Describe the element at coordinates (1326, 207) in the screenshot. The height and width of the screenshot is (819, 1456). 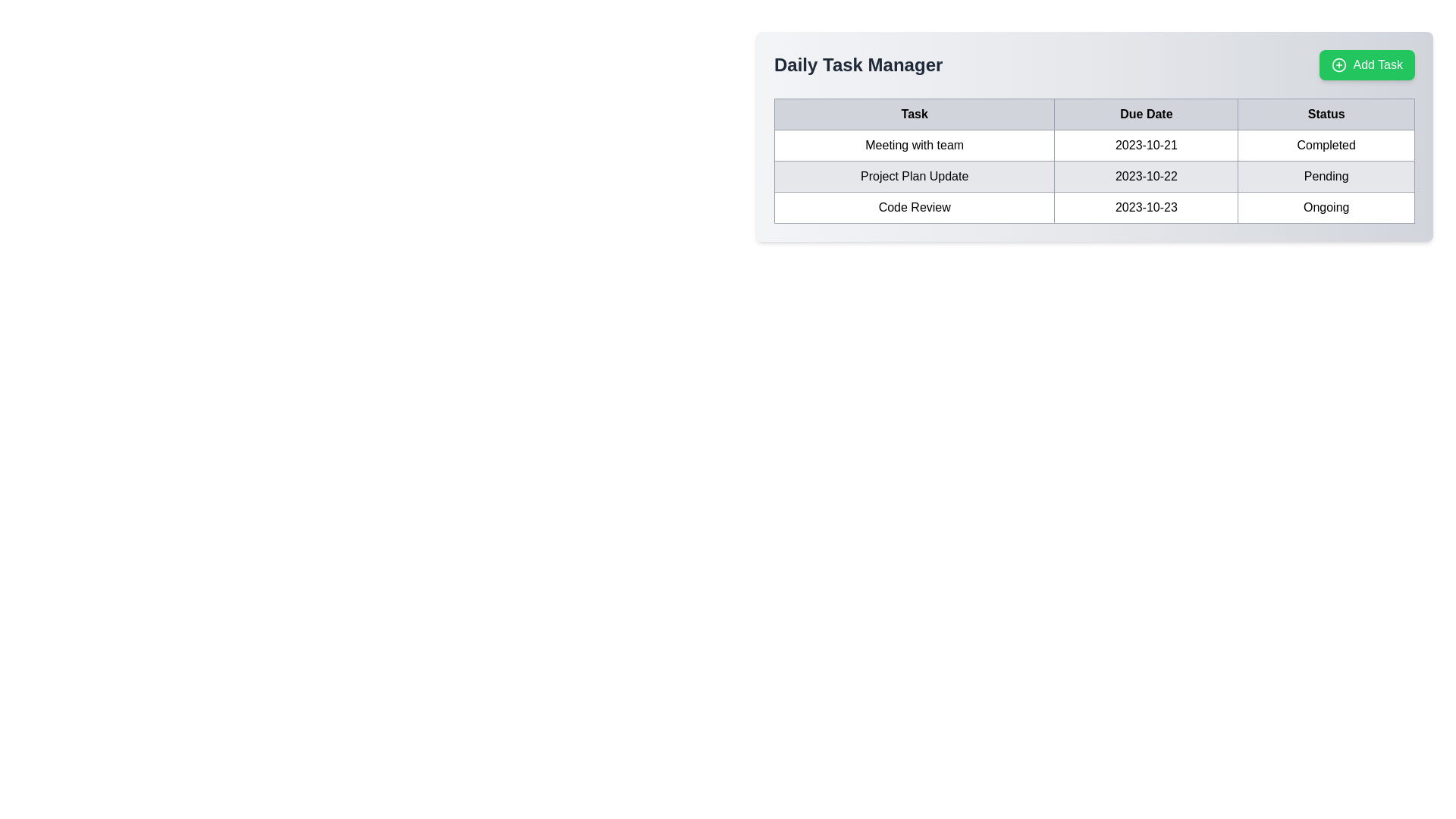
I see `text displayed in the 'Code Review' status label located in the last cell of the 'Status' column in the table` at that location.